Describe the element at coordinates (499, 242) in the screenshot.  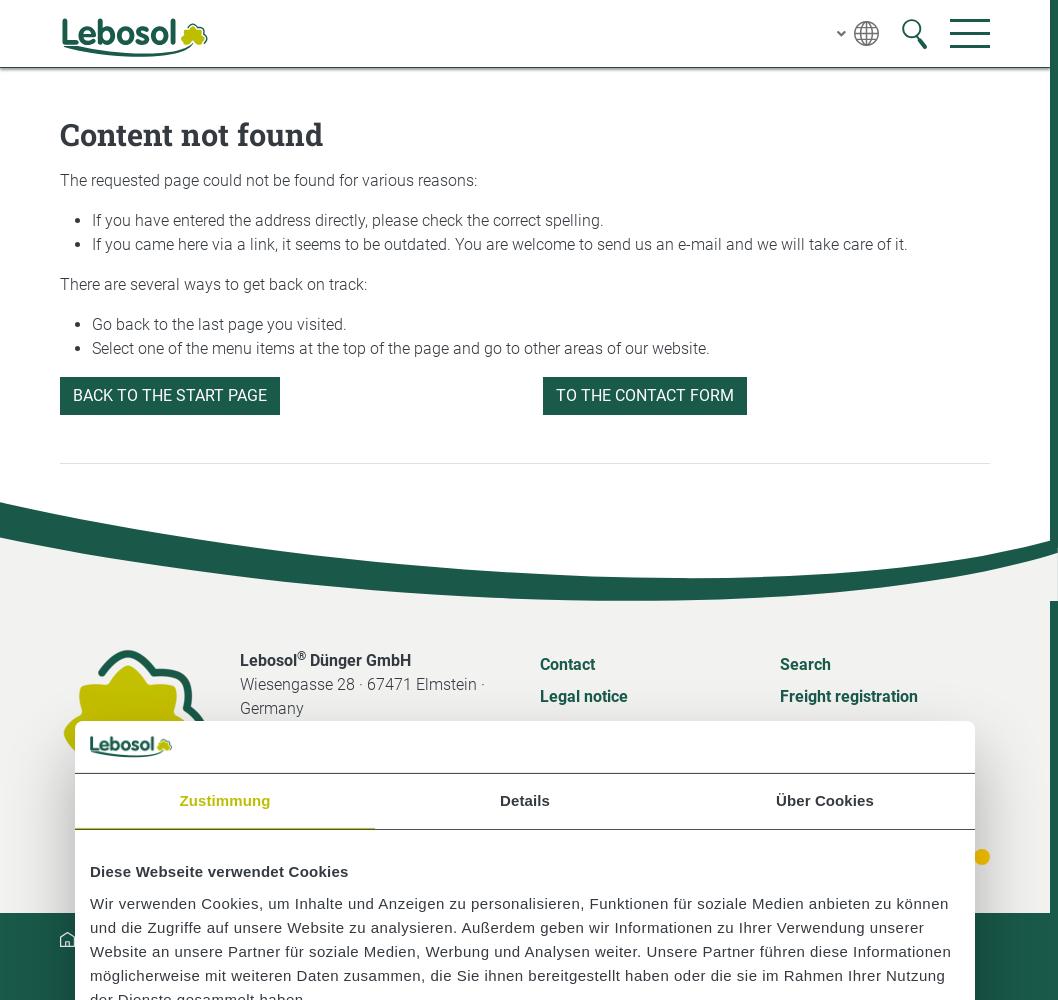
I see `'If you came here via a link, it seems to be outdated. You are welcome to send us an e-mail and we will take care of it.'` at that location.